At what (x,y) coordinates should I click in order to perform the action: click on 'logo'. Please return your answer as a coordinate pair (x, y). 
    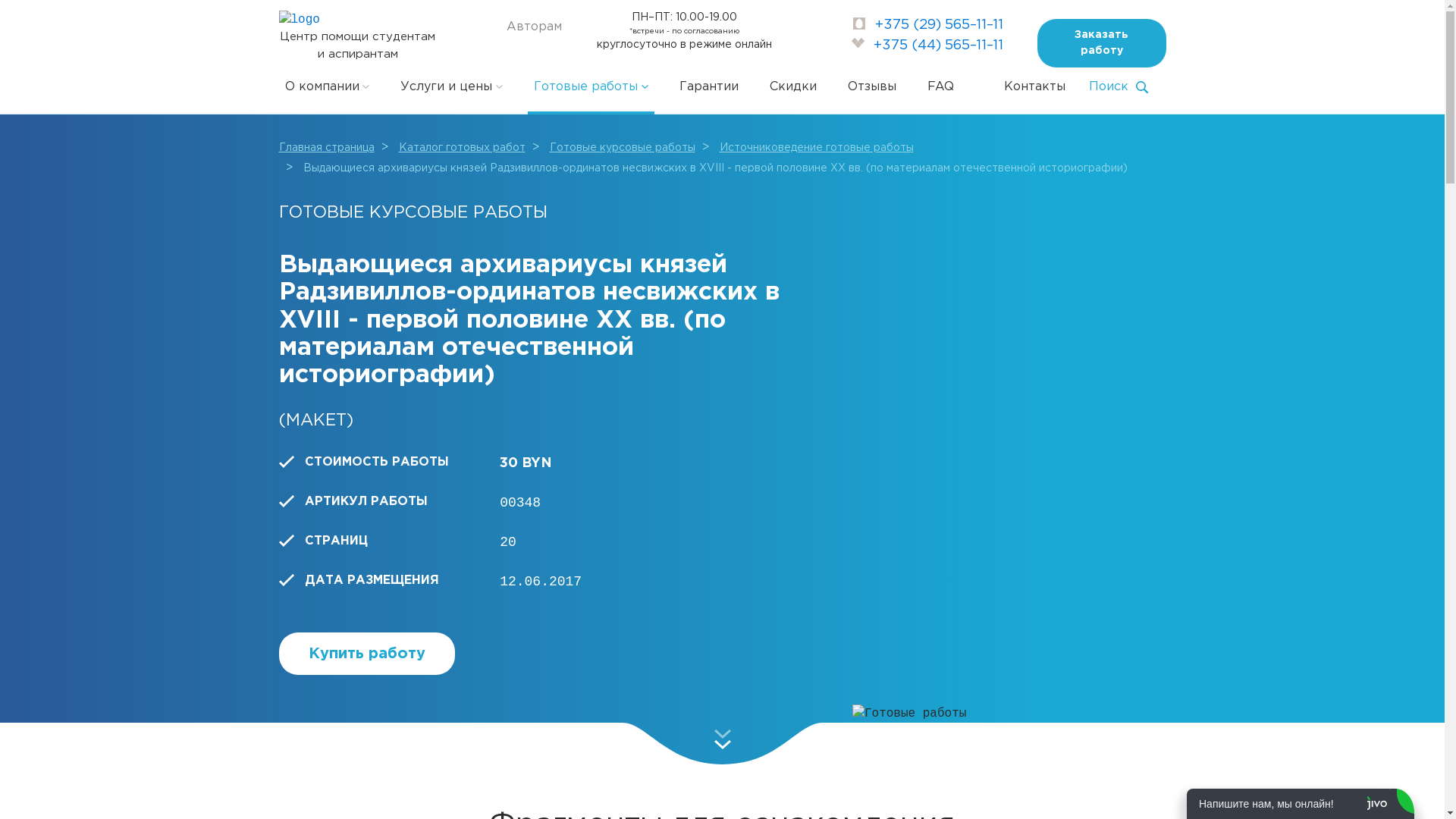
    Looking at the image, I should click on (299, 20).